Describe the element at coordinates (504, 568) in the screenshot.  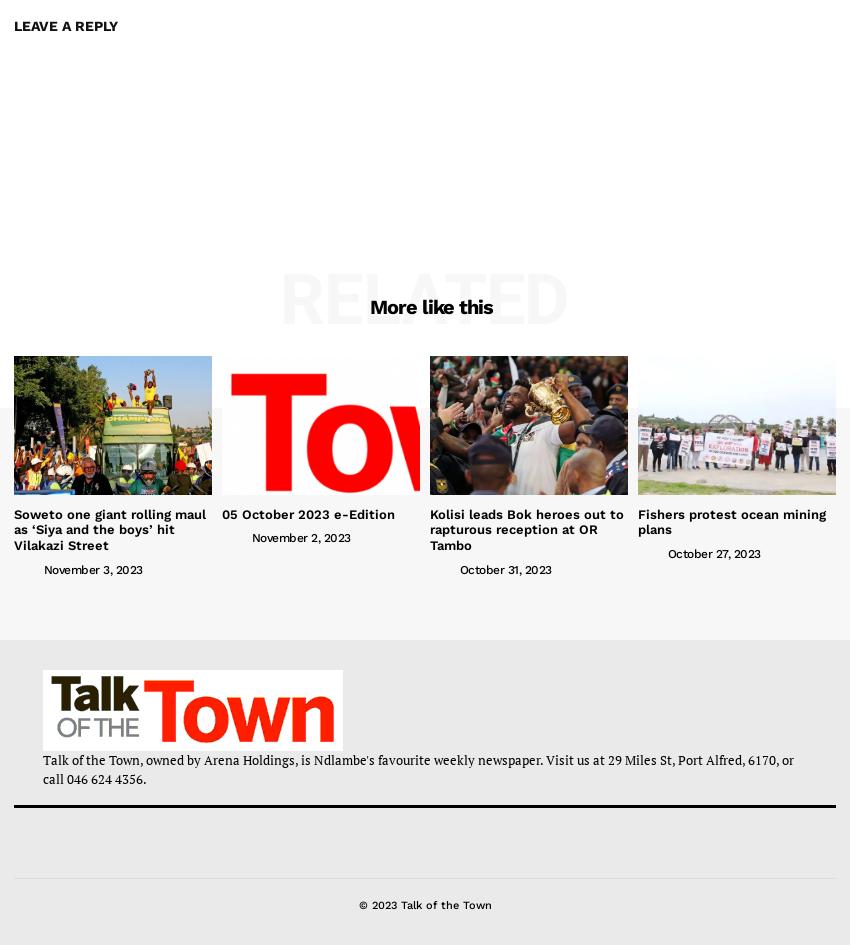
I see `'October 31, 2023'` at that location.